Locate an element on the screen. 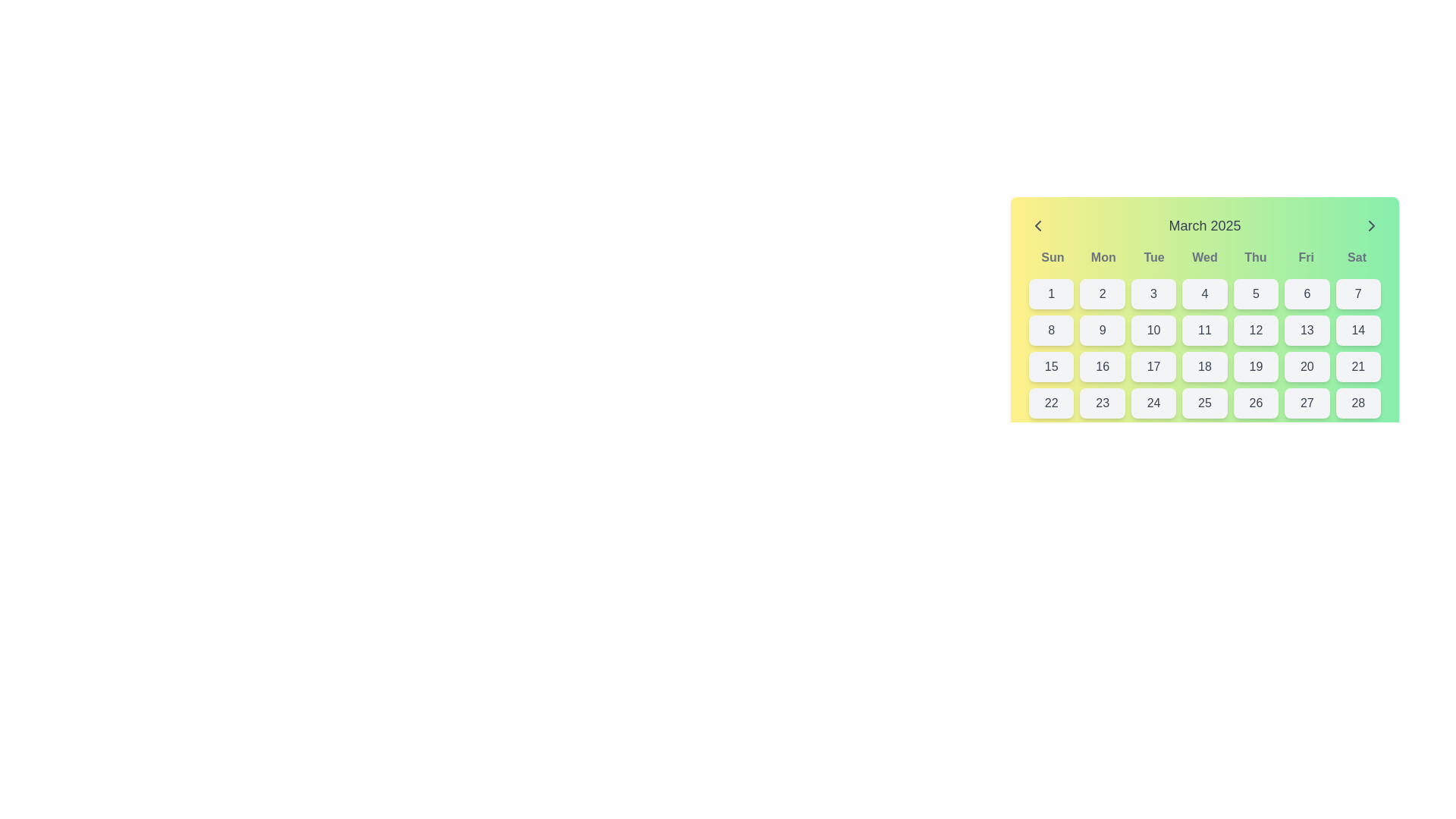 This screenshot has height=819, width=1456. the static text label displaying 'Wed', which is the fourth item in the calendar header row, indicating Wednesday is located at coordinates (1203, 256).